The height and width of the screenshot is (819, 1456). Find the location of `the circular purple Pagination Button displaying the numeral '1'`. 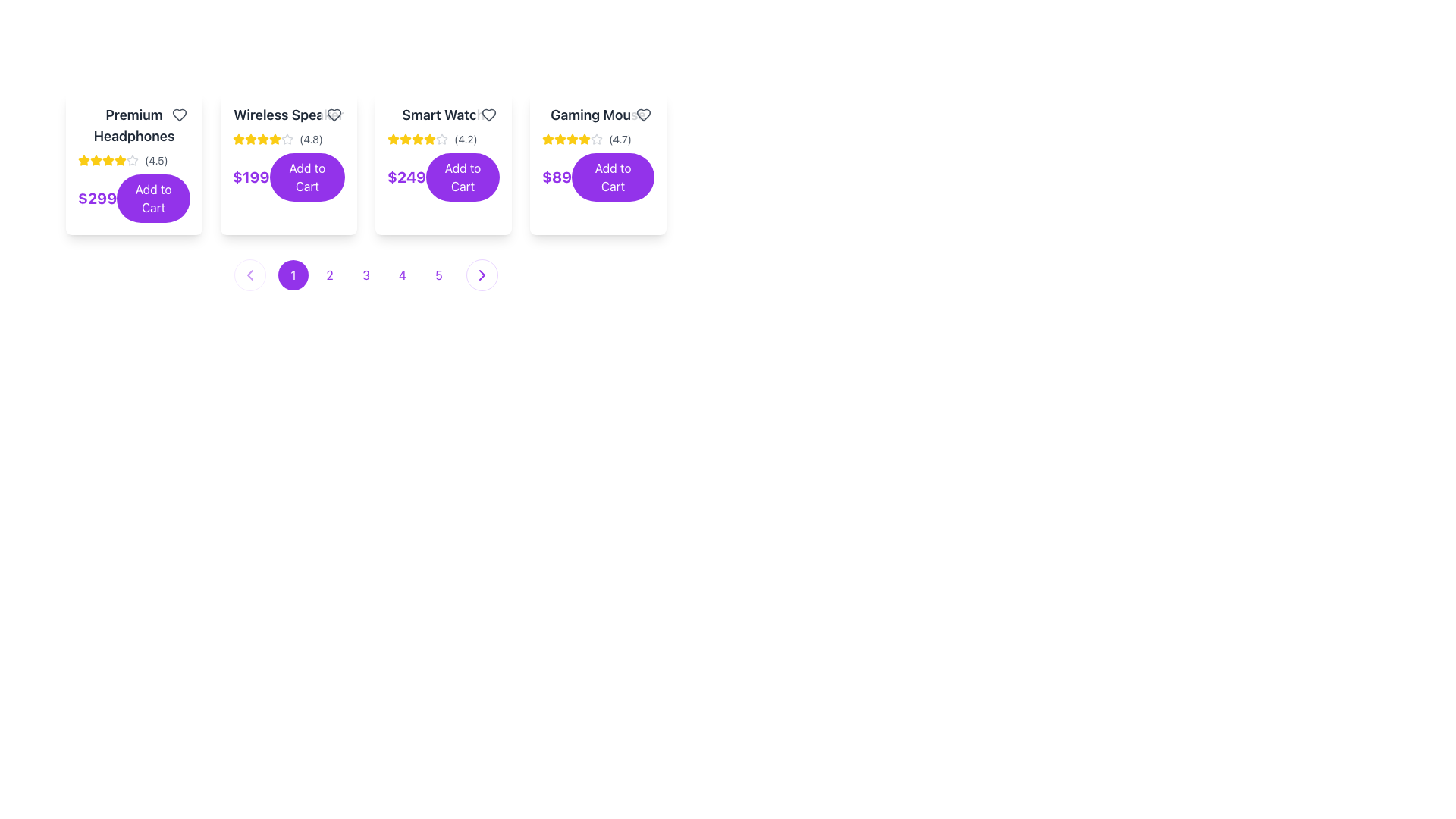

the circular purple Pagination Button displaying the numeral '1' is located at coordinates (293, 275).